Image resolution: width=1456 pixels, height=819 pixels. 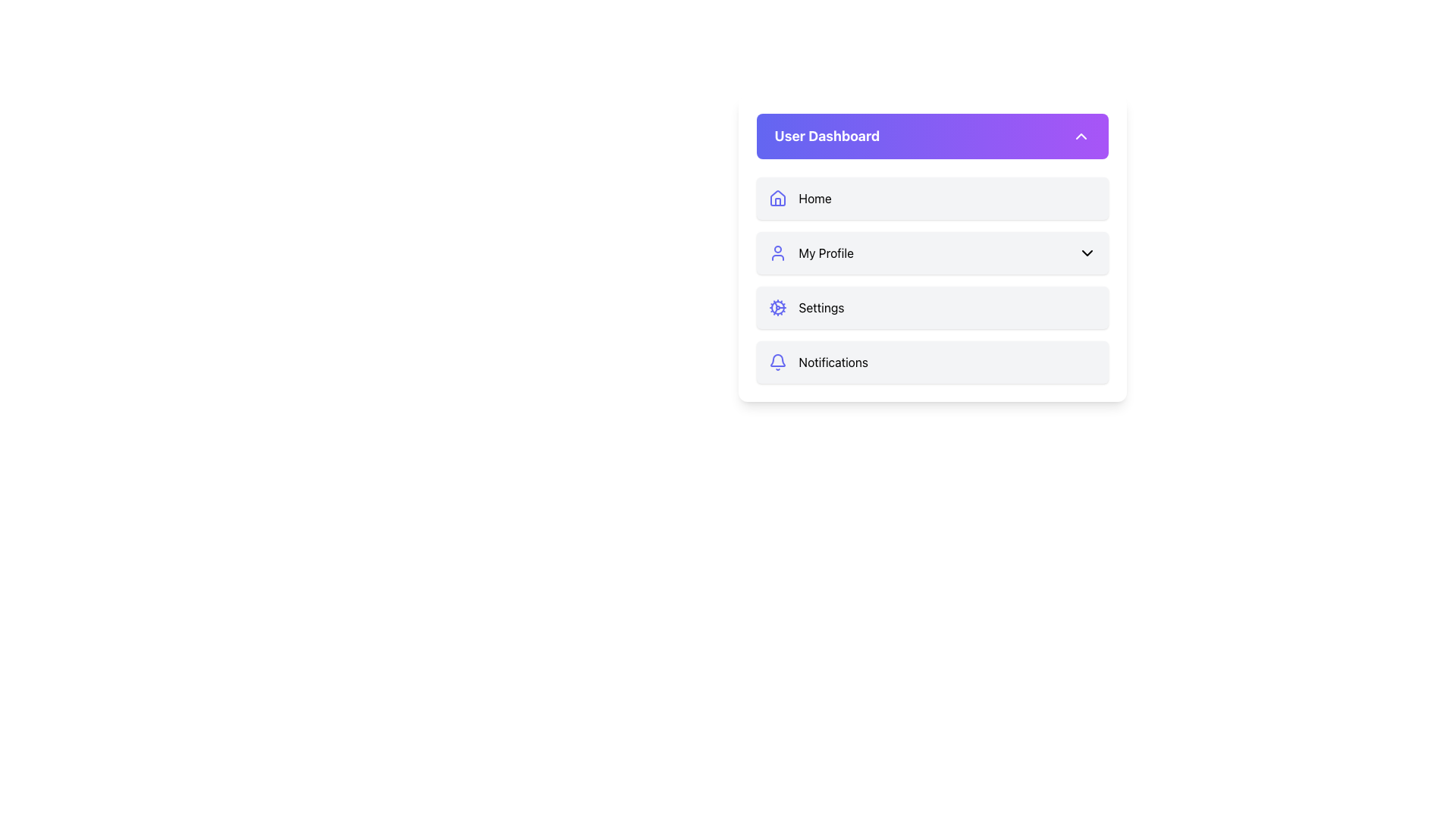 I want to click on the navigation menu item located vertically between 'Home' and 'Settings', so click(x=810, y=253).